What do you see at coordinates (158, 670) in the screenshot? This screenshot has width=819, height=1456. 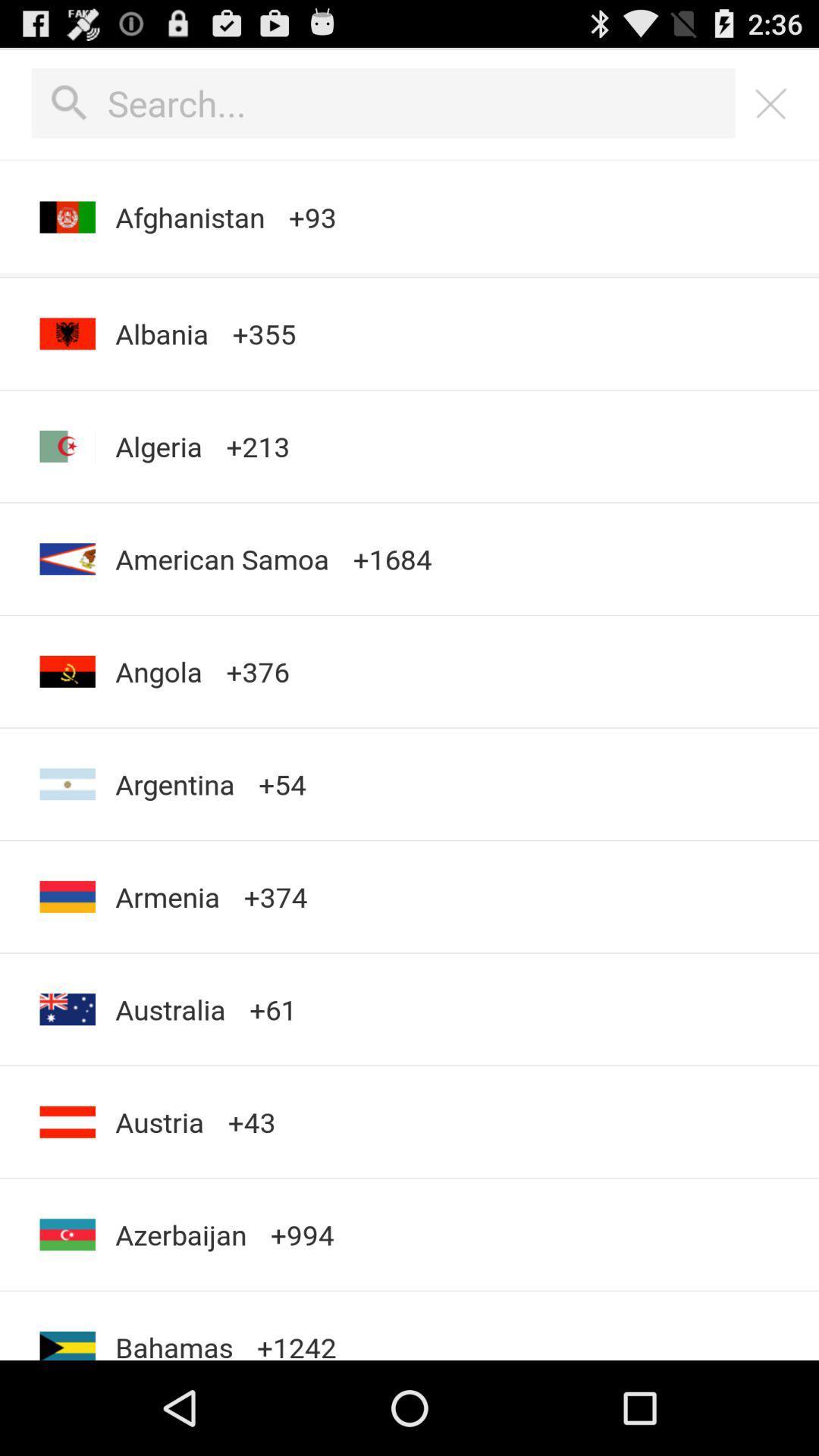 I see `the angola icon` at bounding box center [158, 670].